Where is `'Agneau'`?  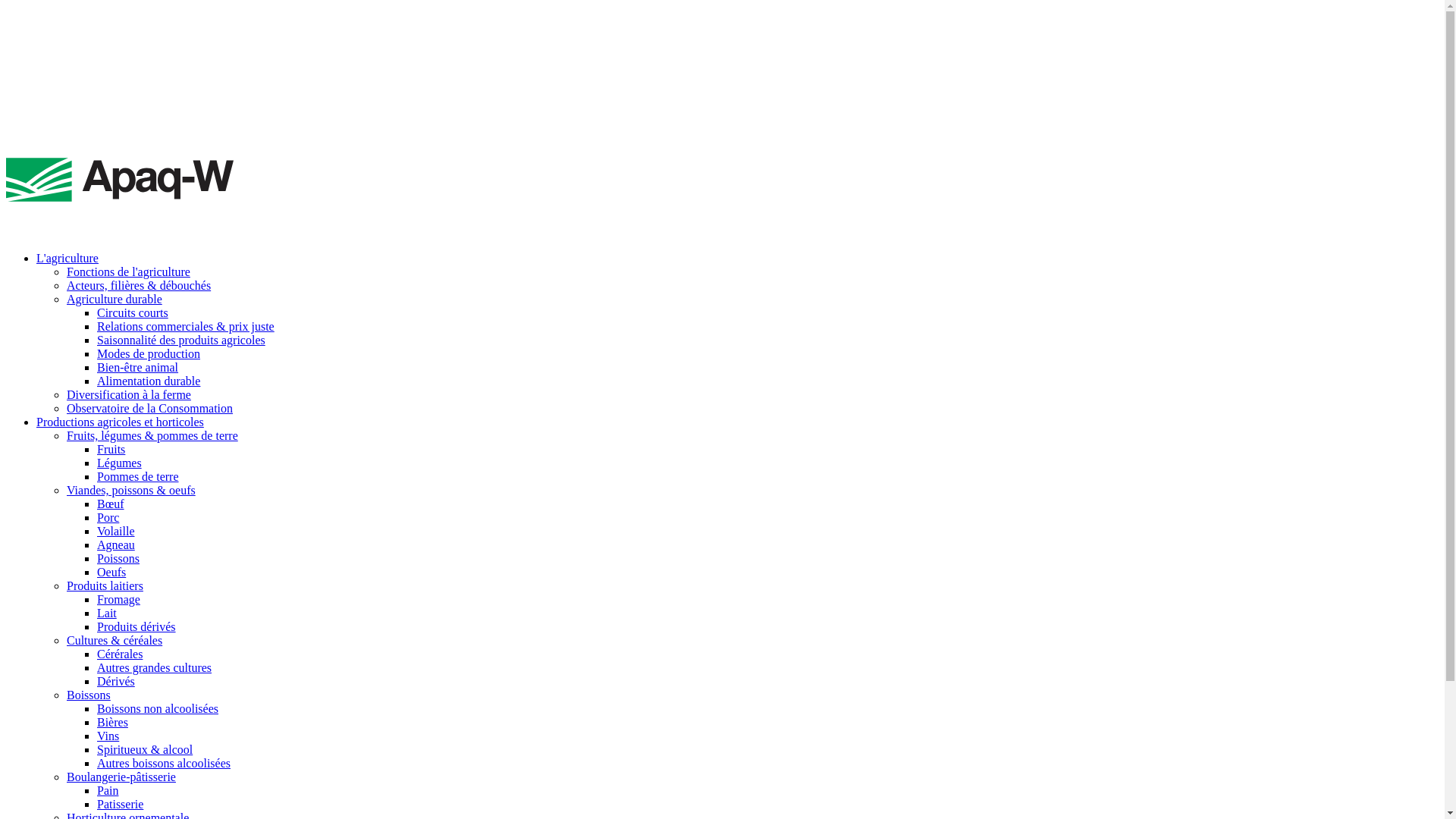
'Agneau' is located at coordinates (115, 544).